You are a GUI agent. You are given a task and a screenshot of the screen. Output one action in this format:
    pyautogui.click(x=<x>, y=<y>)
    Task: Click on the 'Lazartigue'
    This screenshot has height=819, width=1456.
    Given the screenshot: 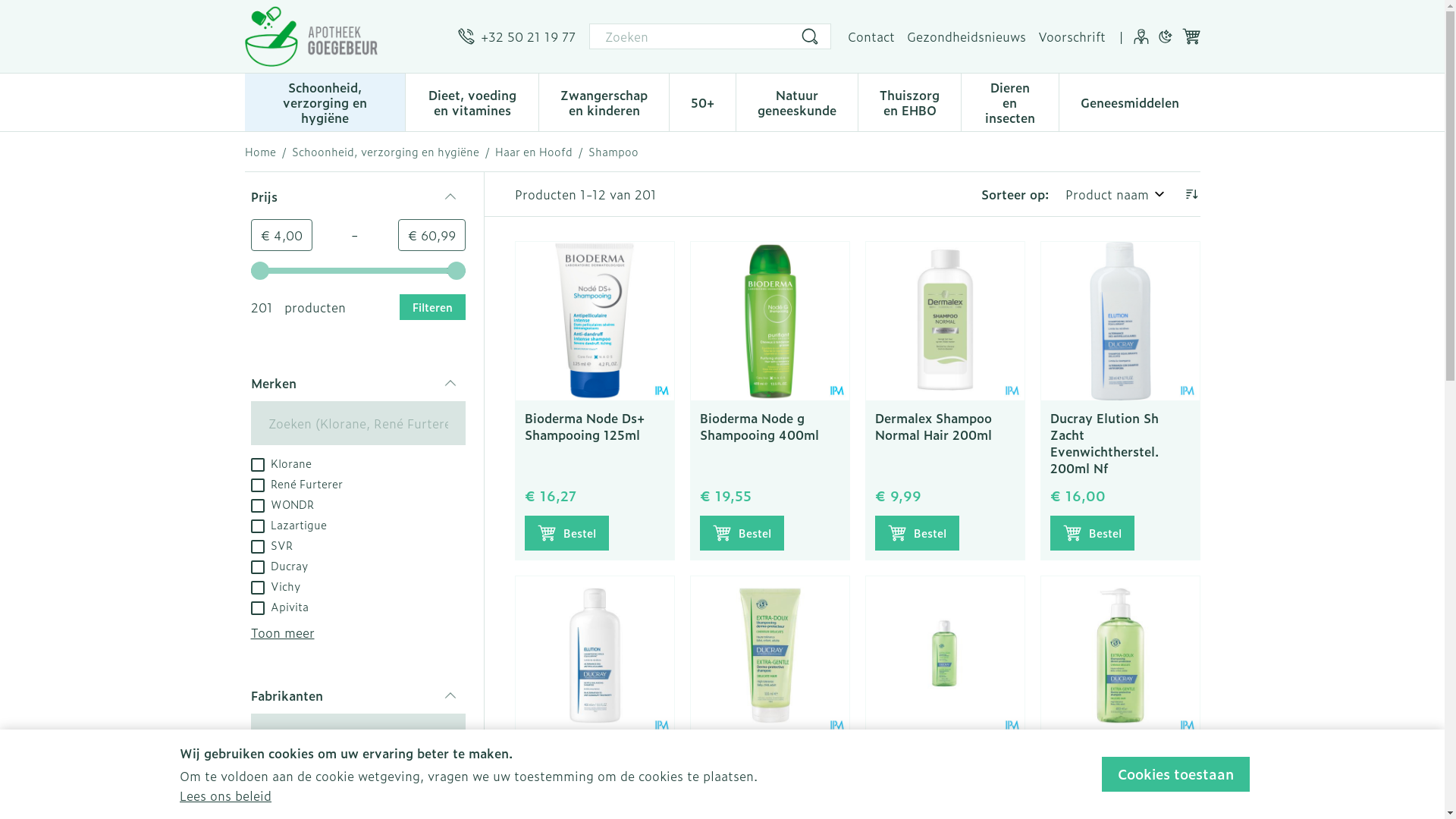 What is the action you would take?
    pyautogui.click(x=287, y=522)
    